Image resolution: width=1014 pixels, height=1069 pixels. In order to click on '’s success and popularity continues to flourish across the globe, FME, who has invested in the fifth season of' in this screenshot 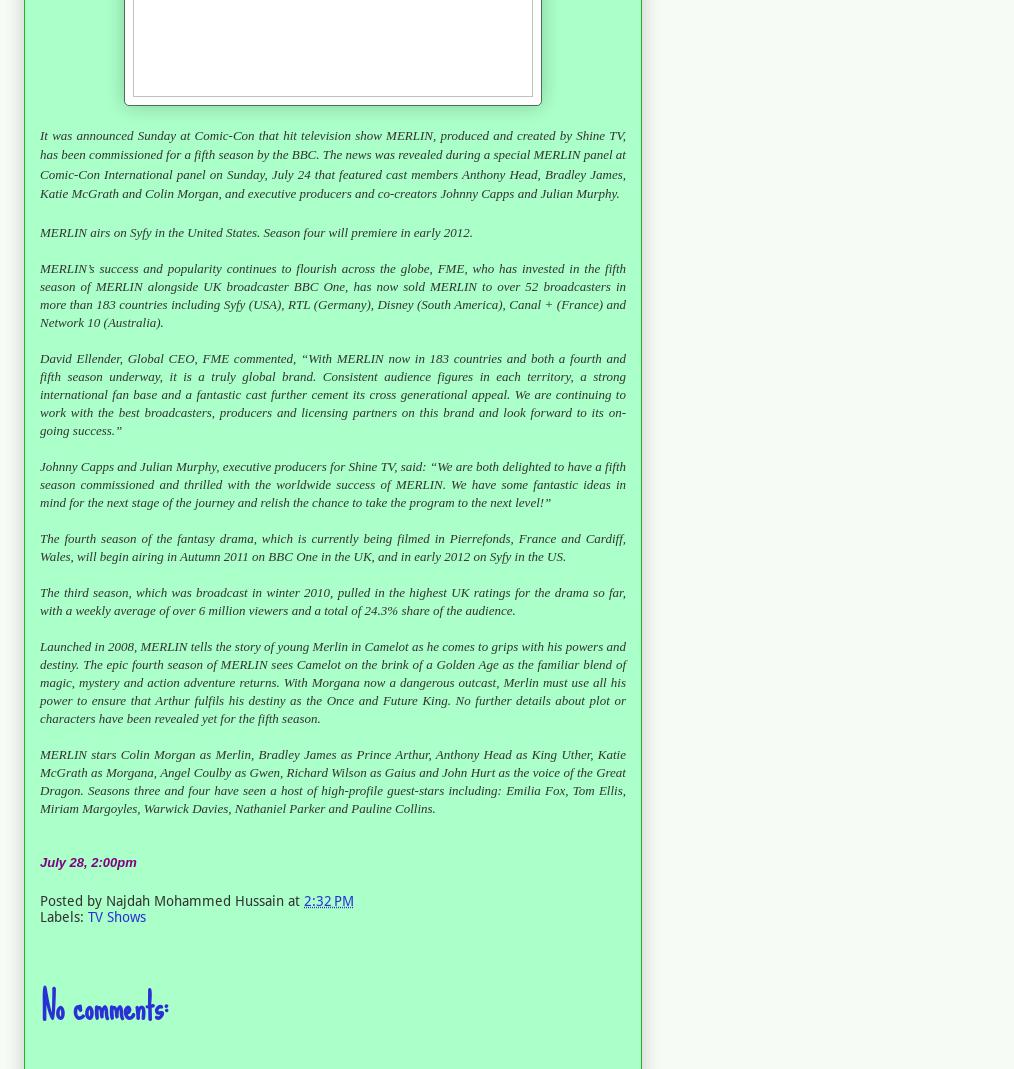, I will do `click(332, 275)`.